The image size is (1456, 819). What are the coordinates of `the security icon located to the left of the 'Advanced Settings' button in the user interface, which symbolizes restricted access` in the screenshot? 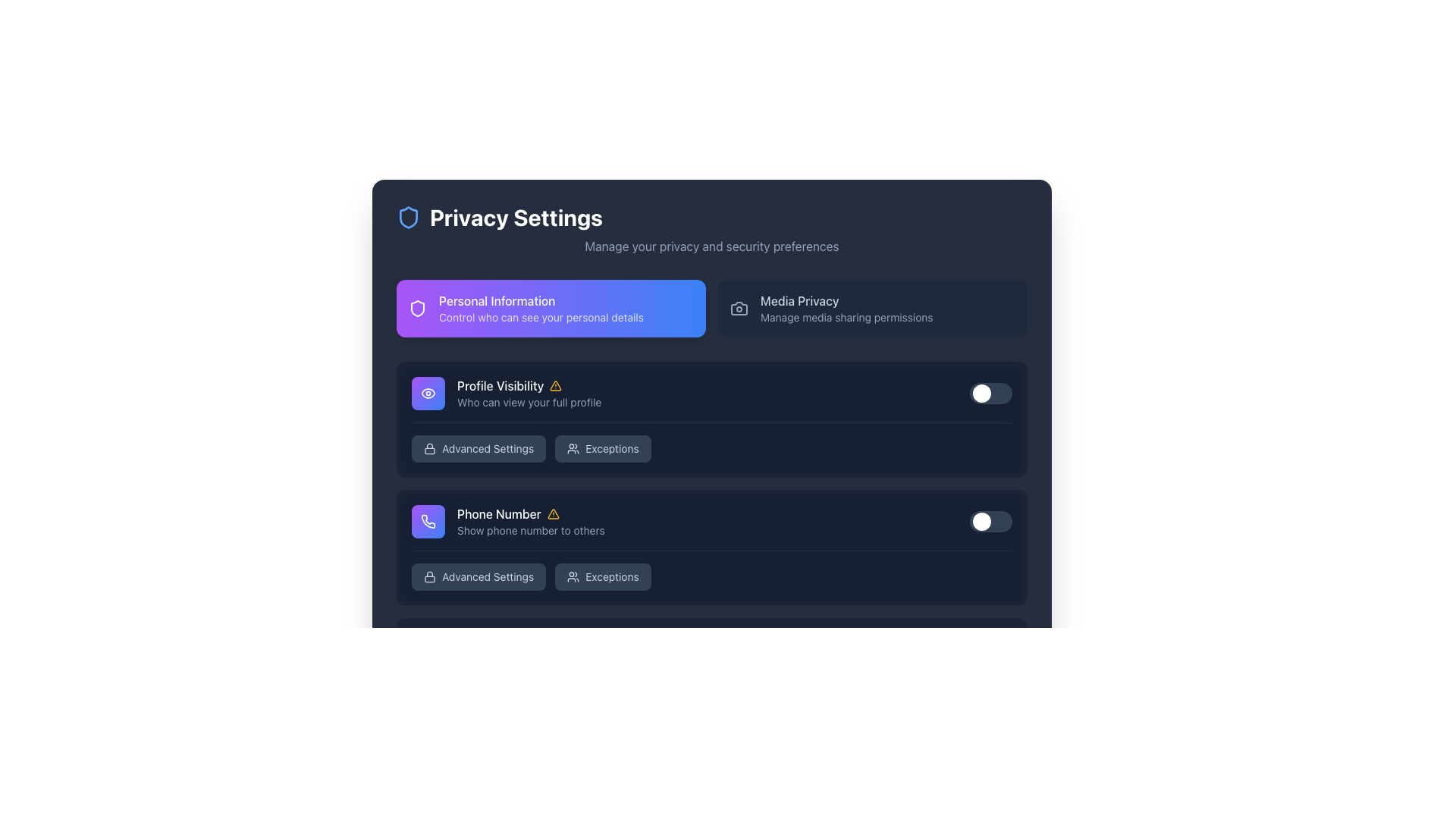 It's located at (428, 576).